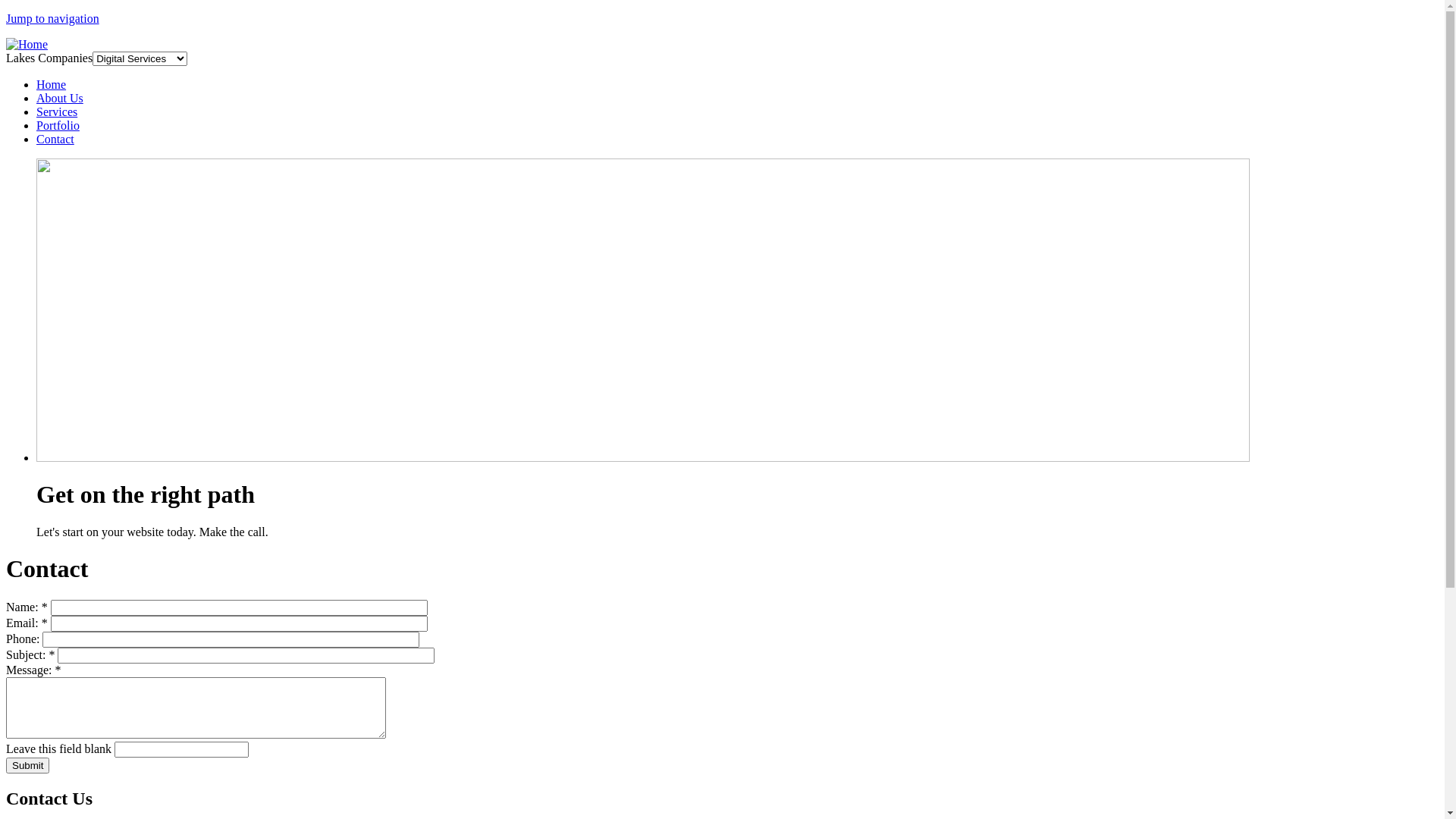  Describe the element at coordinates (57, 111) in the screenshot. I see `'Services'` at that location.